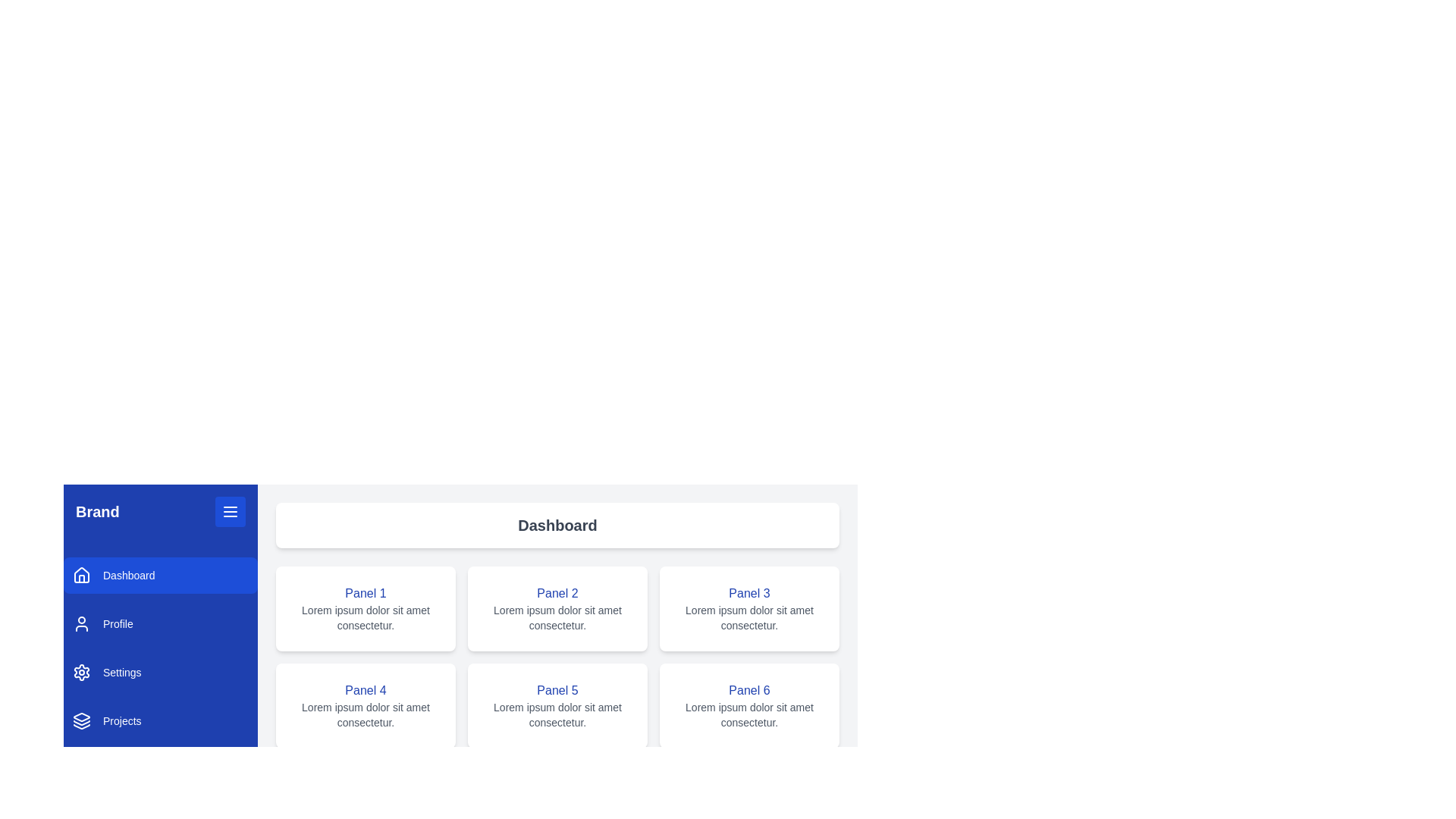 Image resolution: width=1456 pixels, height=819 pixels. Describe the element at coordinates (749, 705) in the screenshot. I see `the rectangular panel with a white background and blue header labeled 'Panel 6' located in the bottom-right corner of the grid layout` at that location.